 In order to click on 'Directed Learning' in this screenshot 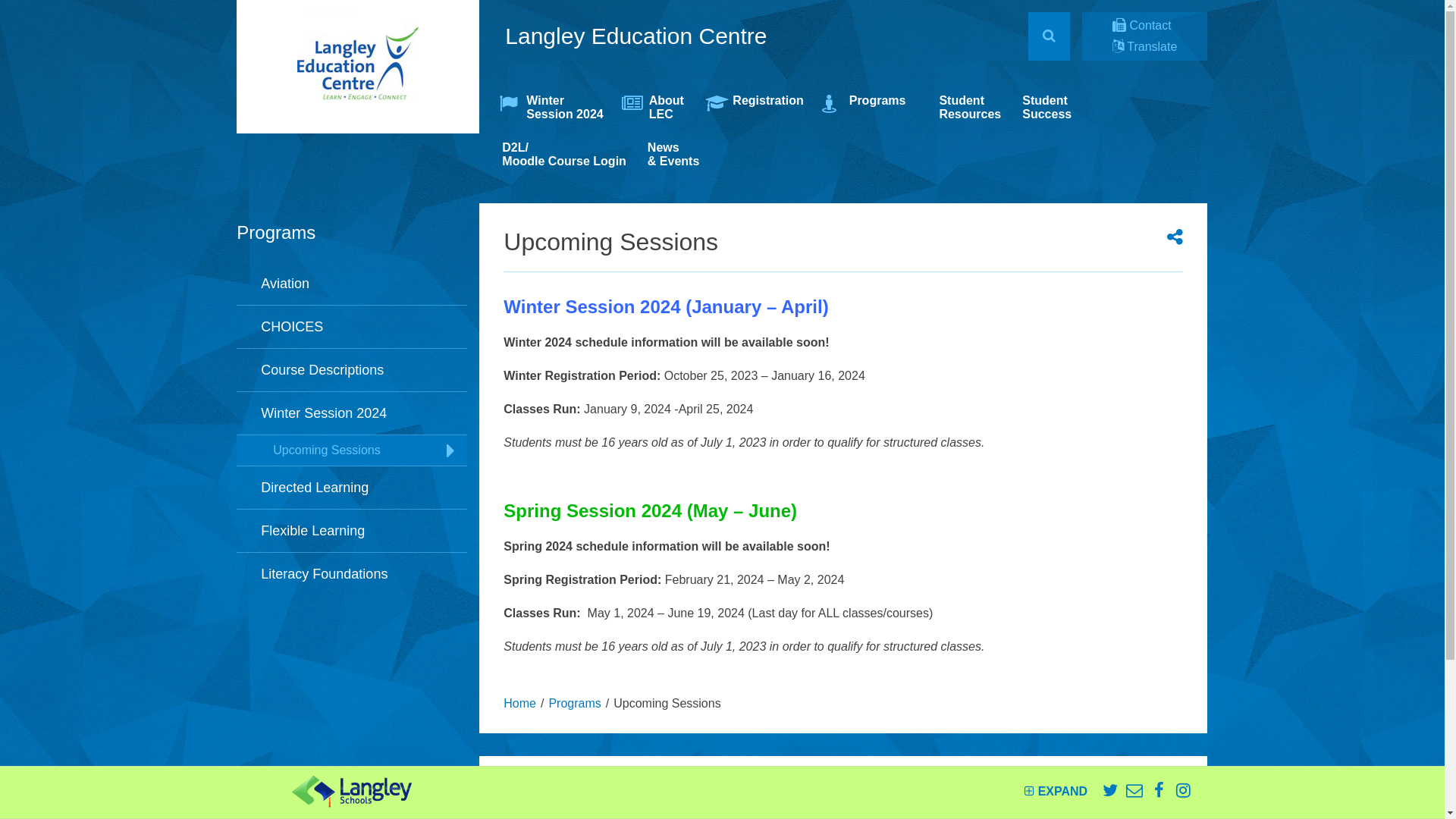, I will do `click(351, 488)`.